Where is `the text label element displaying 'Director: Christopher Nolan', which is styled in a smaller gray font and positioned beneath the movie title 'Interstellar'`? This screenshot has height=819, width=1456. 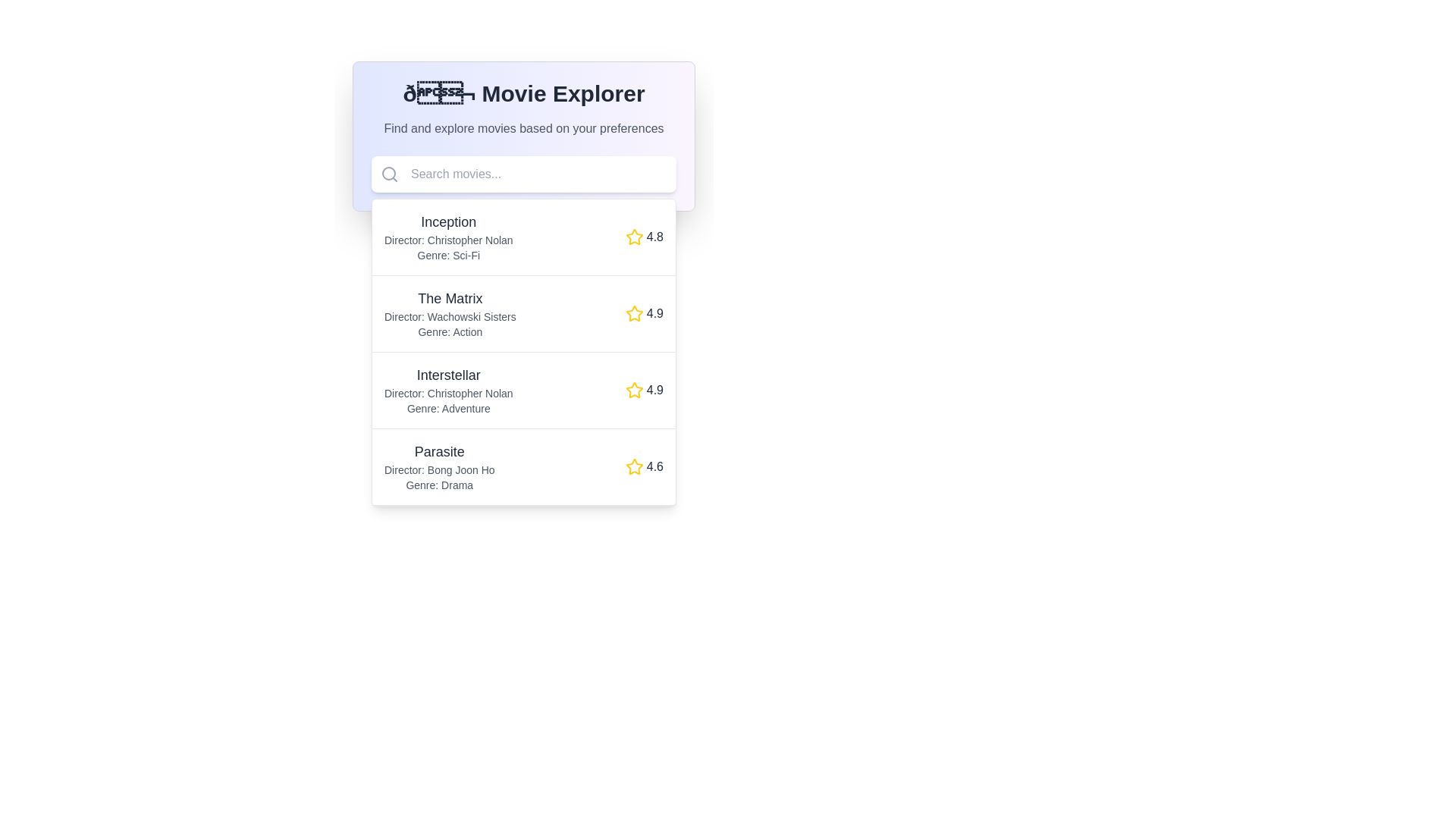
the text label element displaying 'Director: Christopher Nolan', which is styled in a smaller gray font and positioned beneath the movie title 'Interstellar' is located at coordinates (447, 393).